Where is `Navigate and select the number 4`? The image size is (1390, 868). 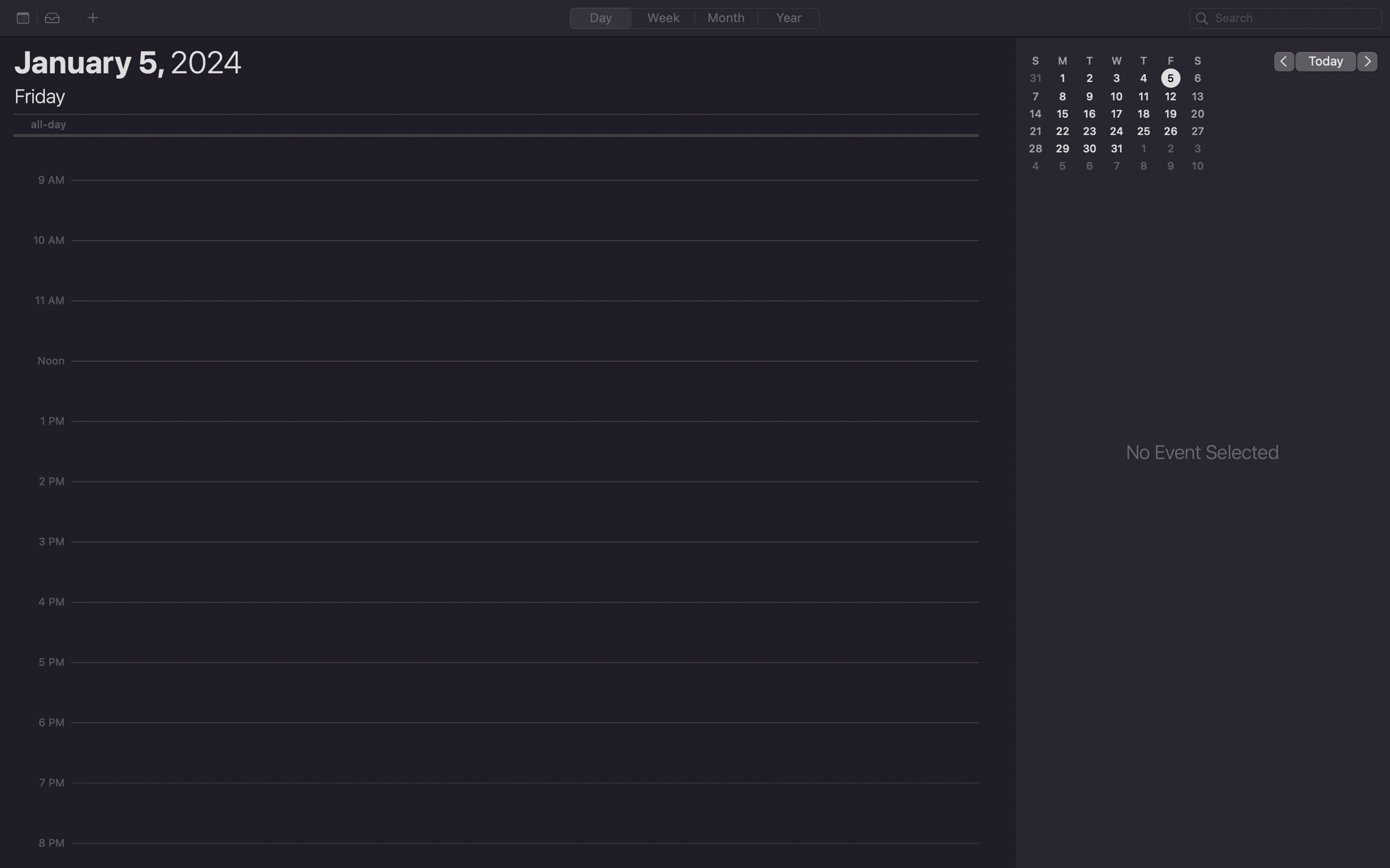 Navigate and select the number 4 is located at coordinates (1142, 79).